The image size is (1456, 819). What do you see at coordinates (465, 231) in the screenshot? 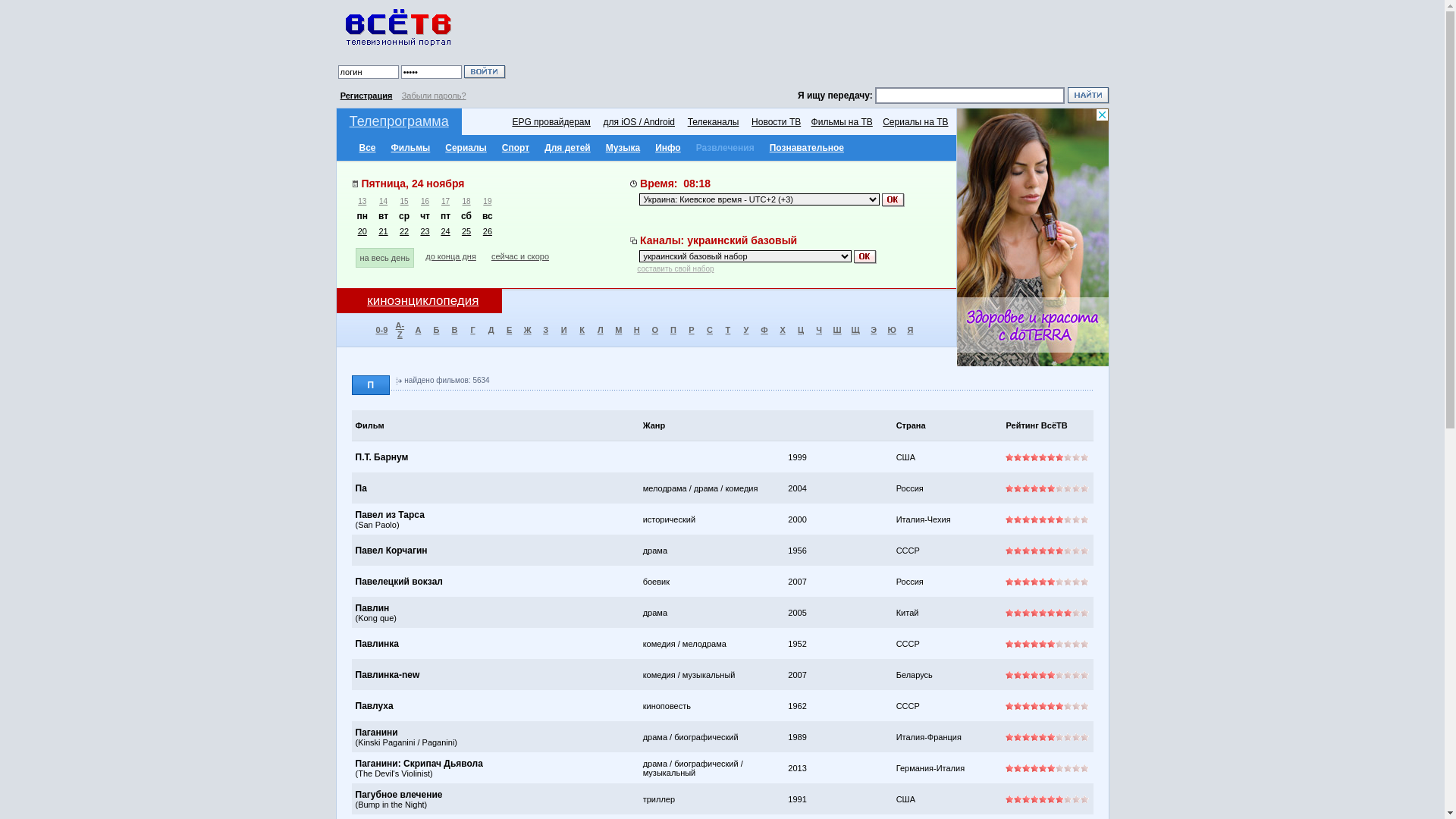
I see `'25'` at bounding box center [465, 231].